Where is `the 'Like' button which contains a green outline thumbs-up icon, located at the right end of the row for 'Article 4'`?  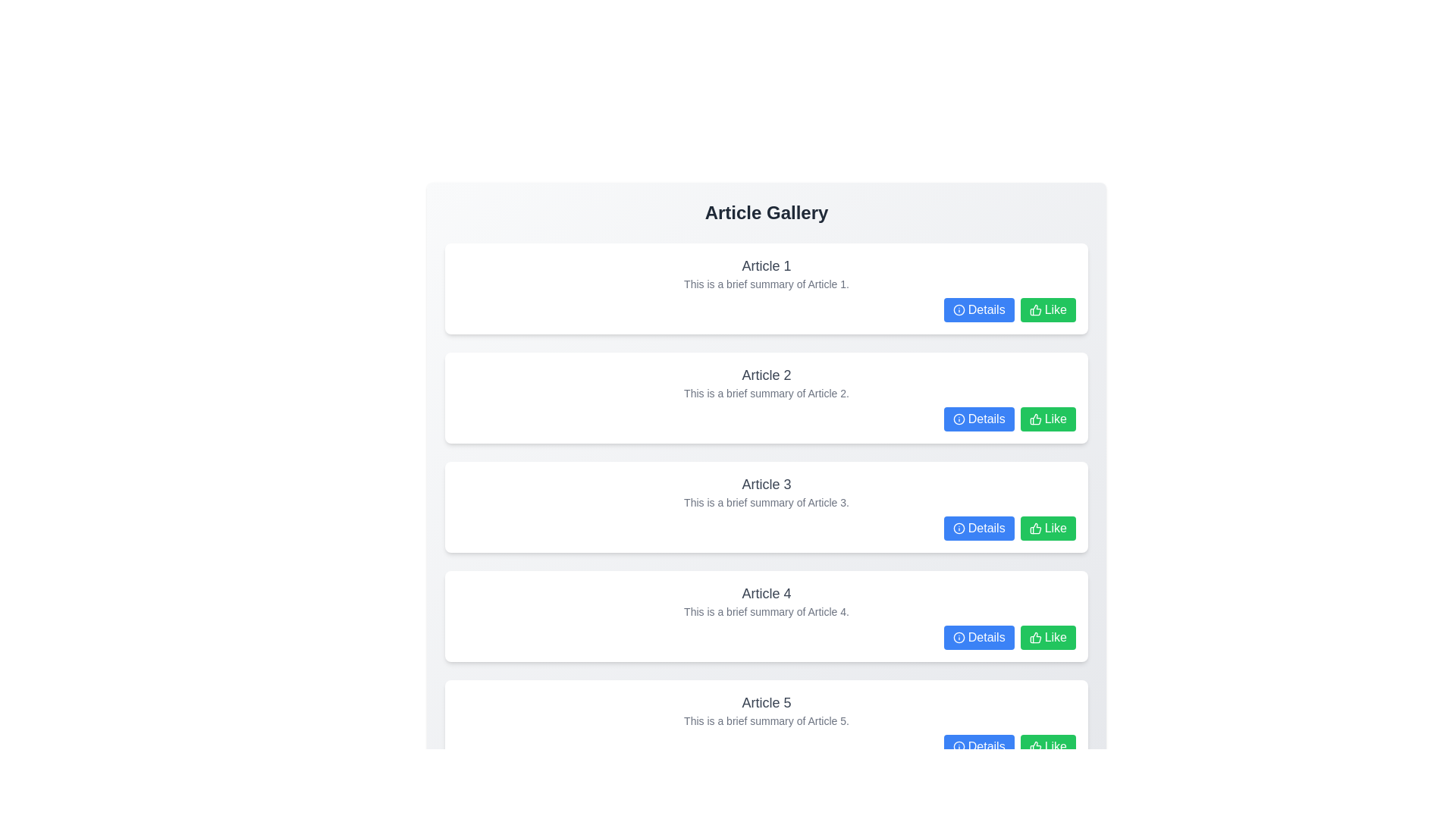 the 'Like' button which contains a green outline thumbs-up icon, located at the right end of the row for 'Article 4' is located at coordinates (1034, 637).